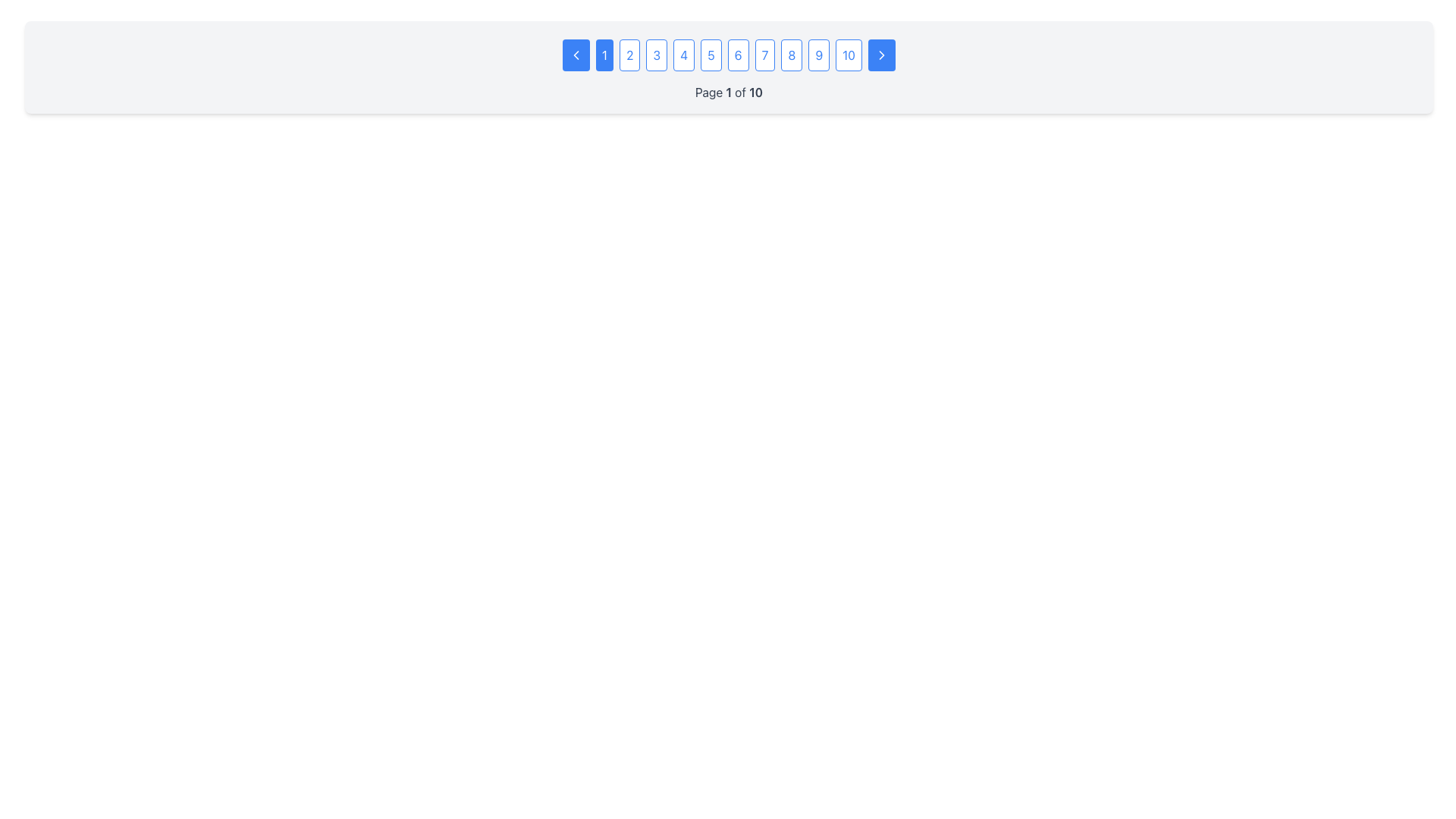  Describe the element at coordinates (629, 55) in the screenshot. I see `the pagination button that navigates to page 2, located between buttons labeled '1' and '3'` at that location.